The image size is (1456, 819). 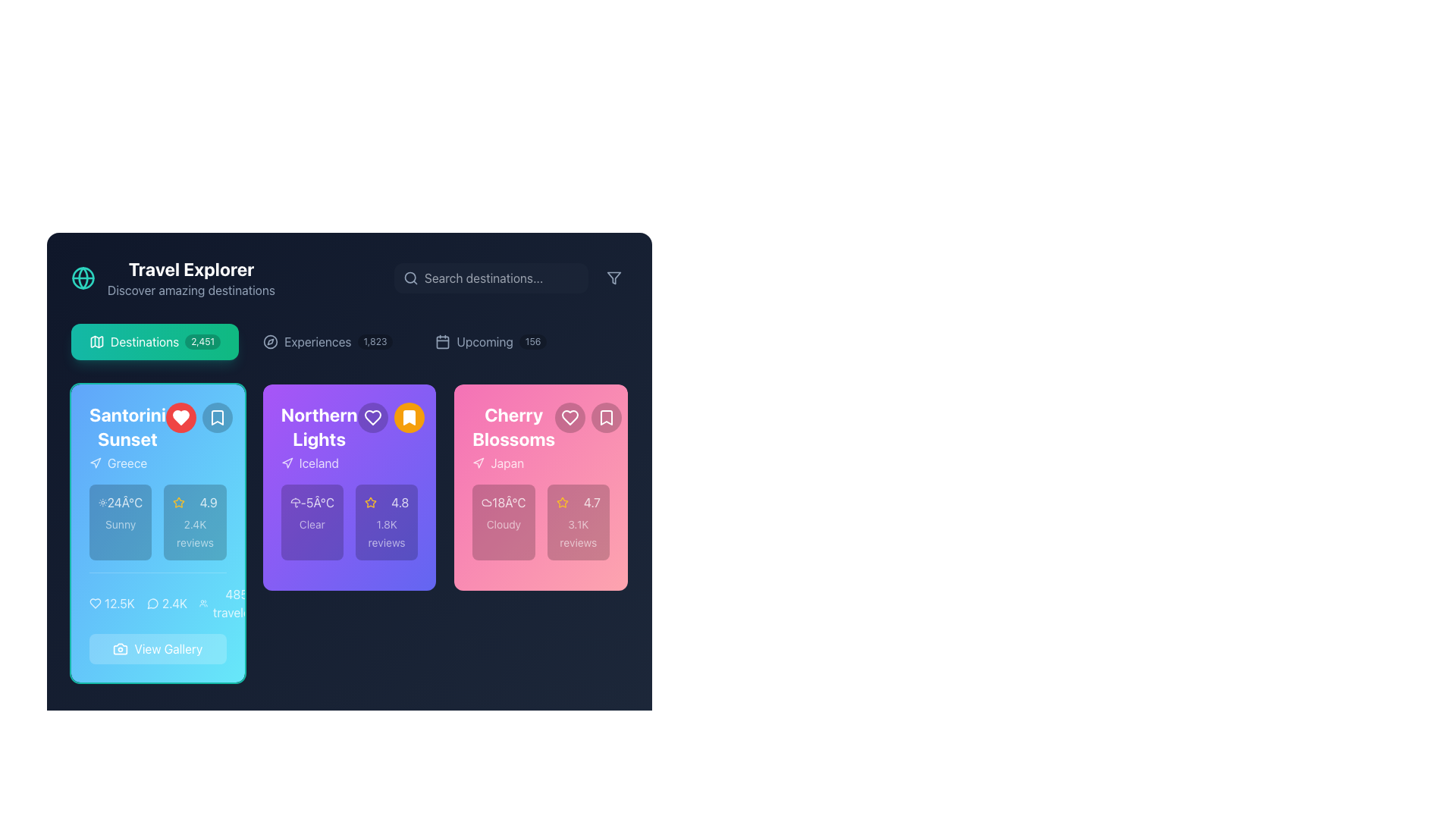 I want to click on the 'Destinations' icon located in the top navigation bar, so click(x=96, y=342).